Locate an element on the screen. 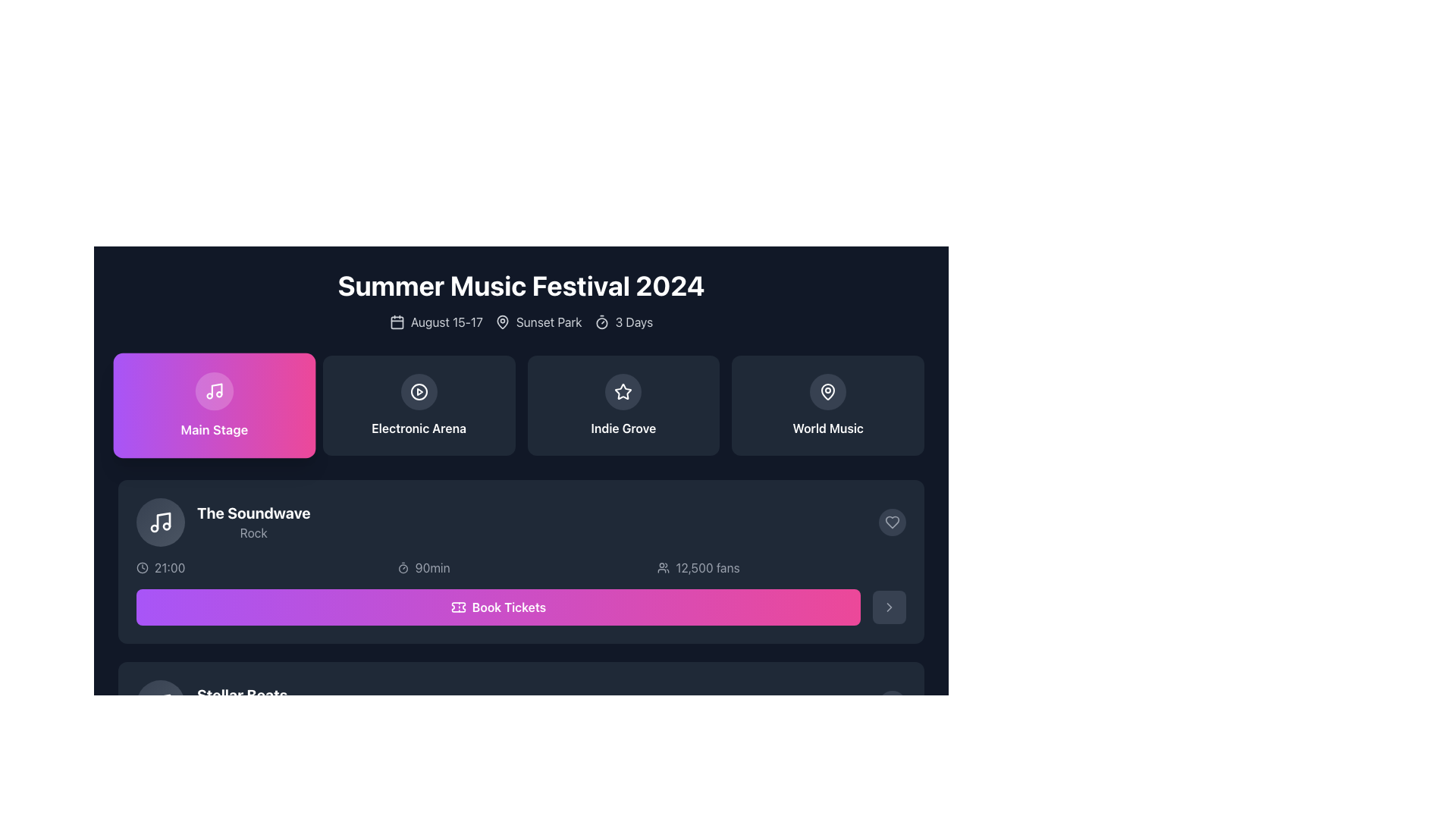 The width and height of the screenshot is (1456, 819). the circular button with a gray background and a white star icon located in the 'Indie Grove' section, uniquely identifiable as it is the only button in this context is located at coordinates (623, 391).